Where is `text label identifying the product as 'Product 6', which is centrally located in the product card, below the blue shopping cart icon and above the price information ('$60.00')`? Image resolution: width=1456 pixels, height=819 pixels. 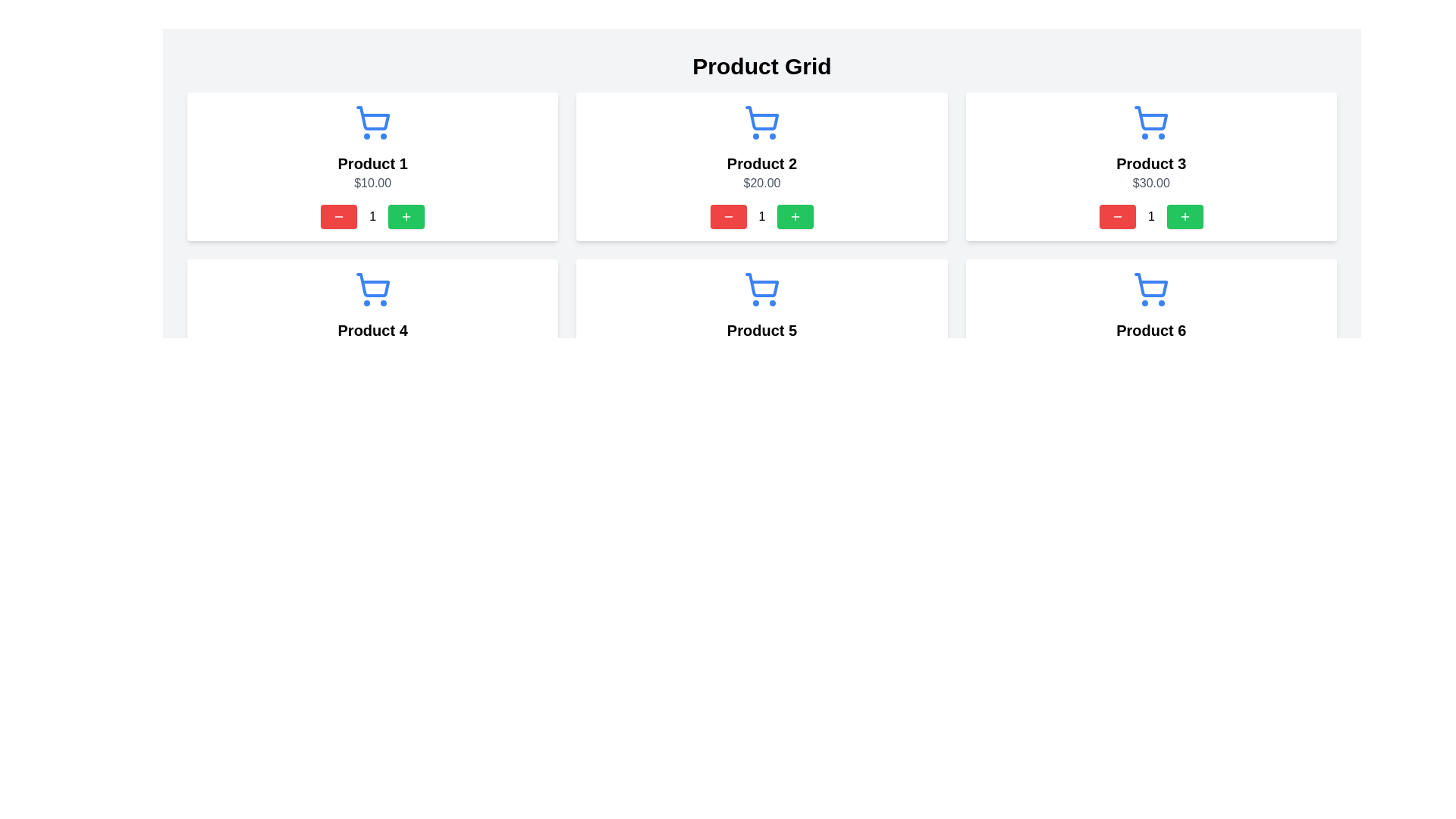 text label identifying the product as 'Product 6', which is centrally located in the product card, below the blue shopping cart icon and above the price information ('$60.00') is located at coordinates (1151, 329).